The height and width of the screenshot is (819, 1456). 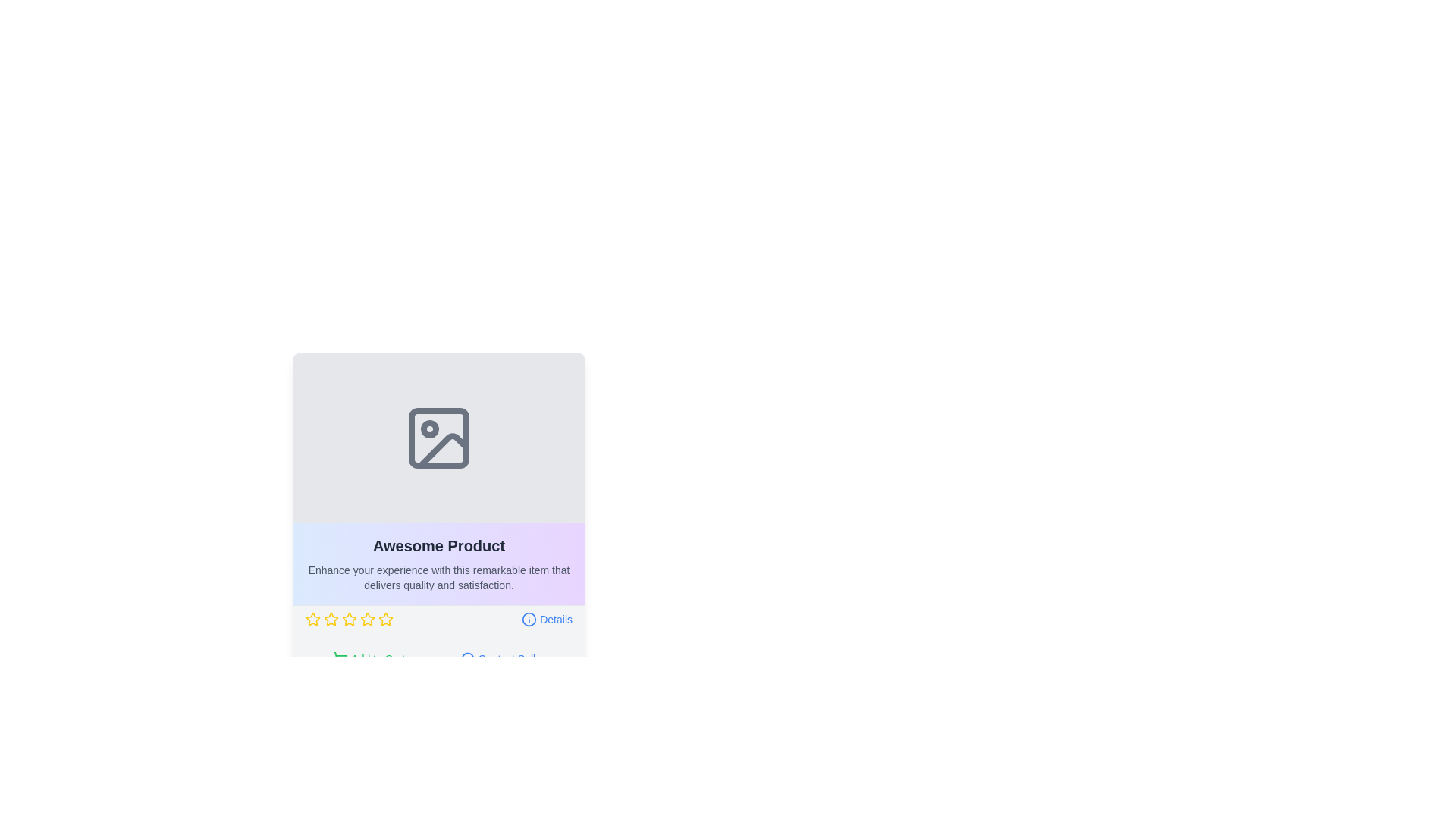 What do you see at coordinates (369, 657) in the screenshot?
I see `the 'Add to Cart' button with green text and a shopping cart icon to trigger the hover effect` at bounding box center [369, 657].